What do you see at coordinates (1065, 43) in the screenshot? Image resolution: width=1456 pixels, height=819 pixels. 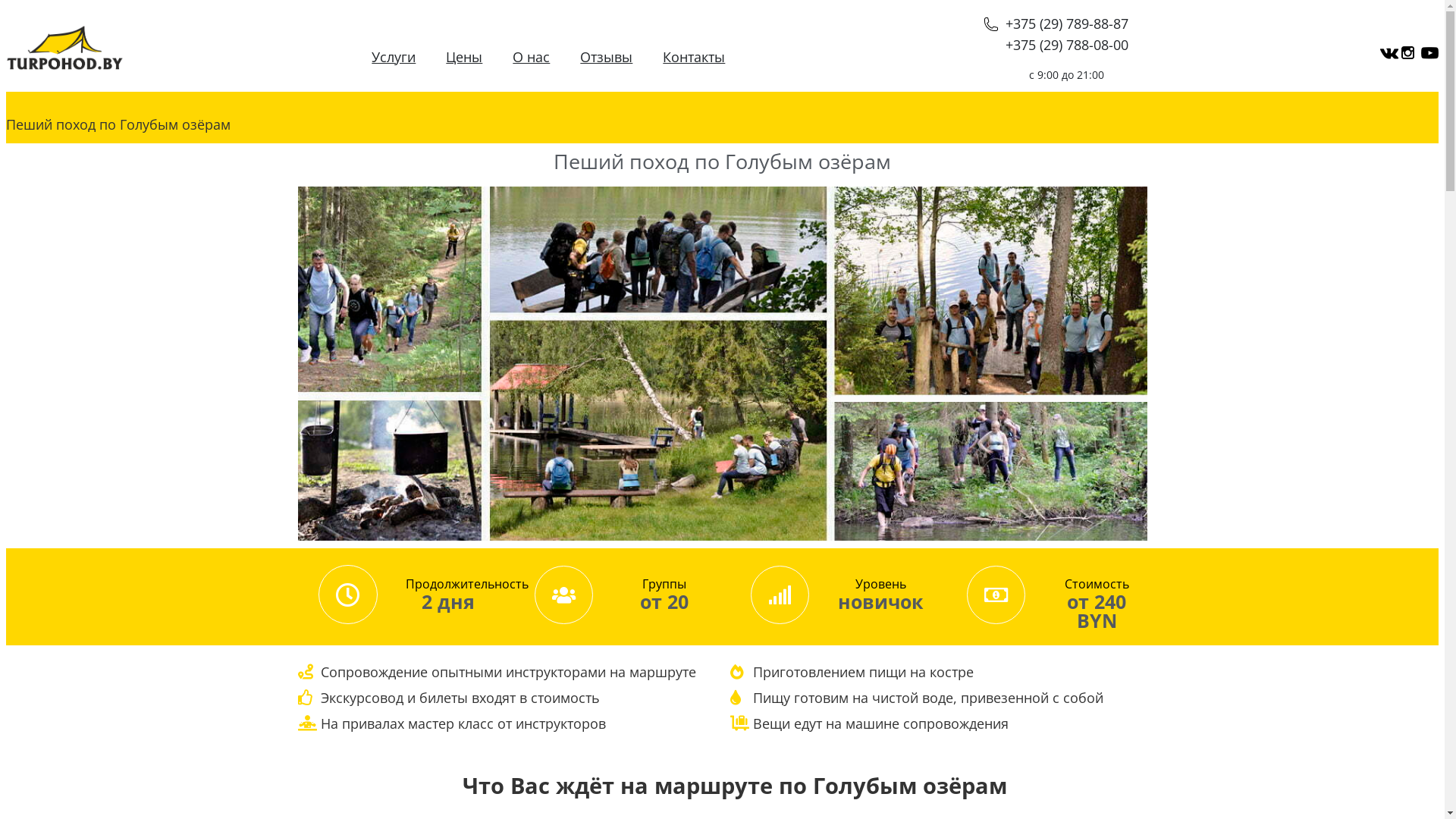 I see `'+375 (29) 788-08-00'` at bounding box center [1065, 43].